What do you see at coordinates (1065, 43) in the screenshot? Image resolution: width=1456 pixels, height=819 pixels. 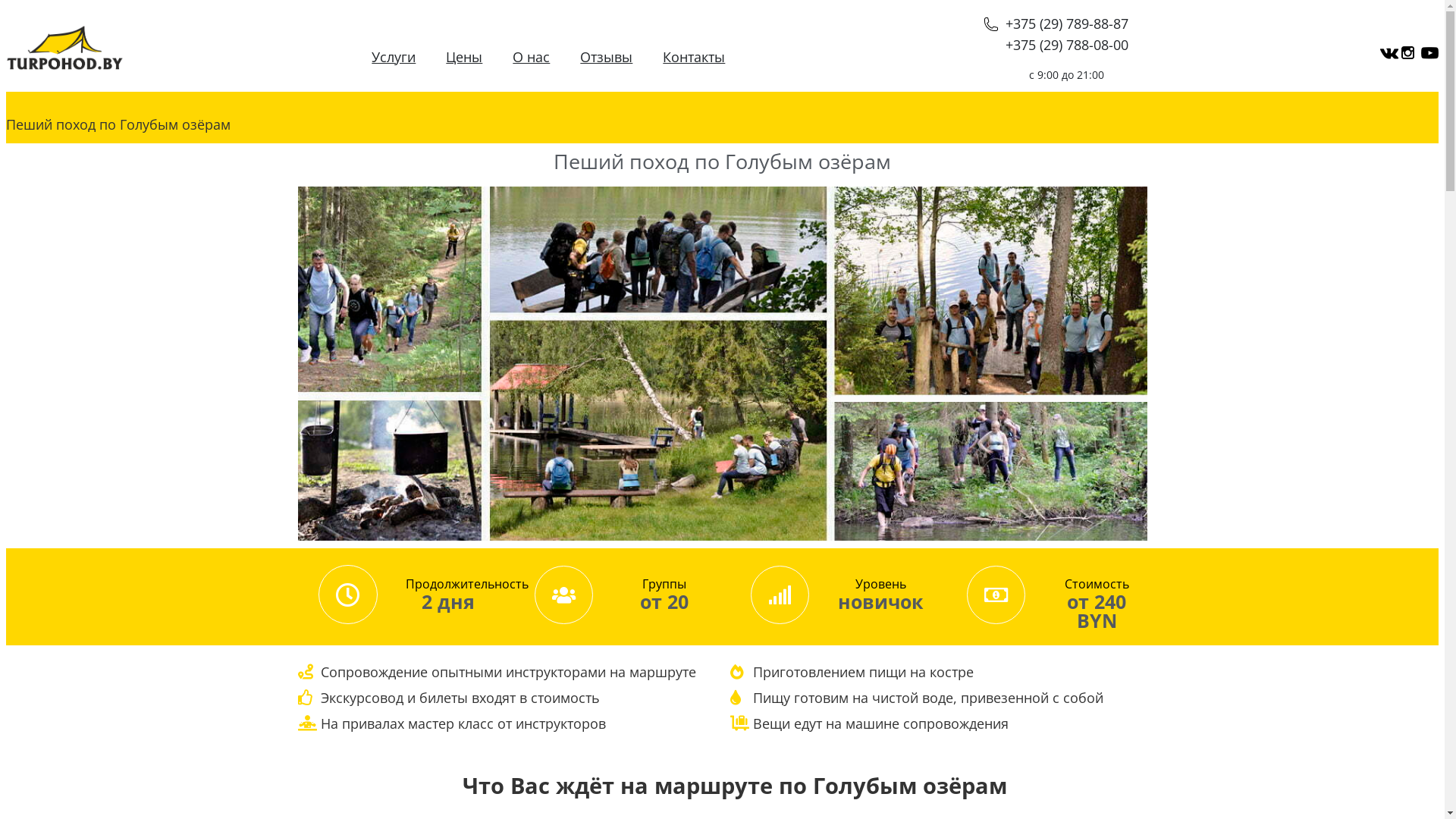 I see `'+375 (29) 788-08-00'` at bounding box center [1065, 43].